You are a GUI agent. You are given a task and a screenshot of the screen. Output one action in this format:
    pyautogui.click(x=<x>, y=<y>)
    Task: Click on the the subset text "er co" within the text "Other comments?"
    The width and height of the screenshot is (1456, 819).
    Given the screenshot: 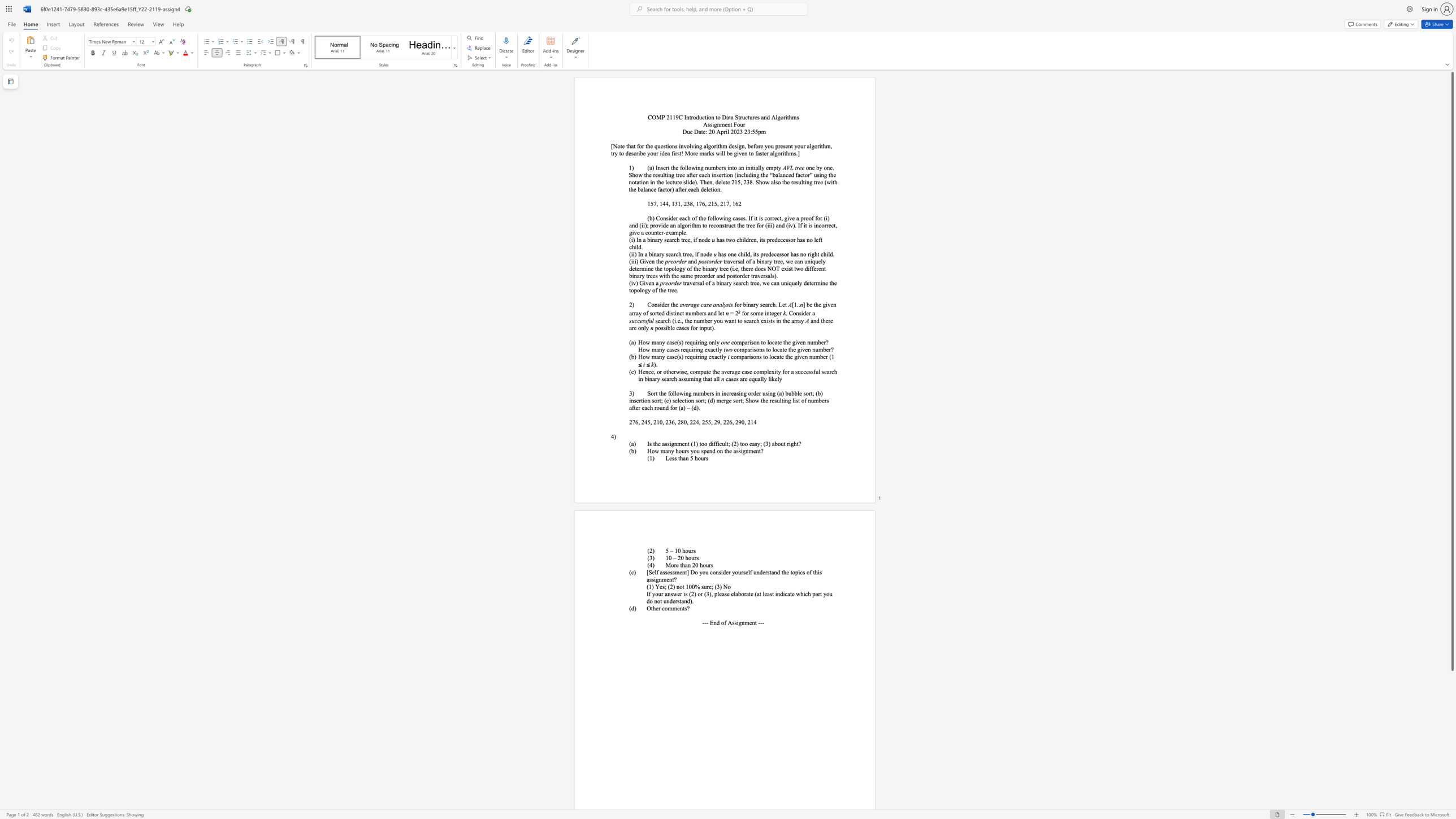 What is the action you would take?
    pyautogui.click(x=655, y=608)
    